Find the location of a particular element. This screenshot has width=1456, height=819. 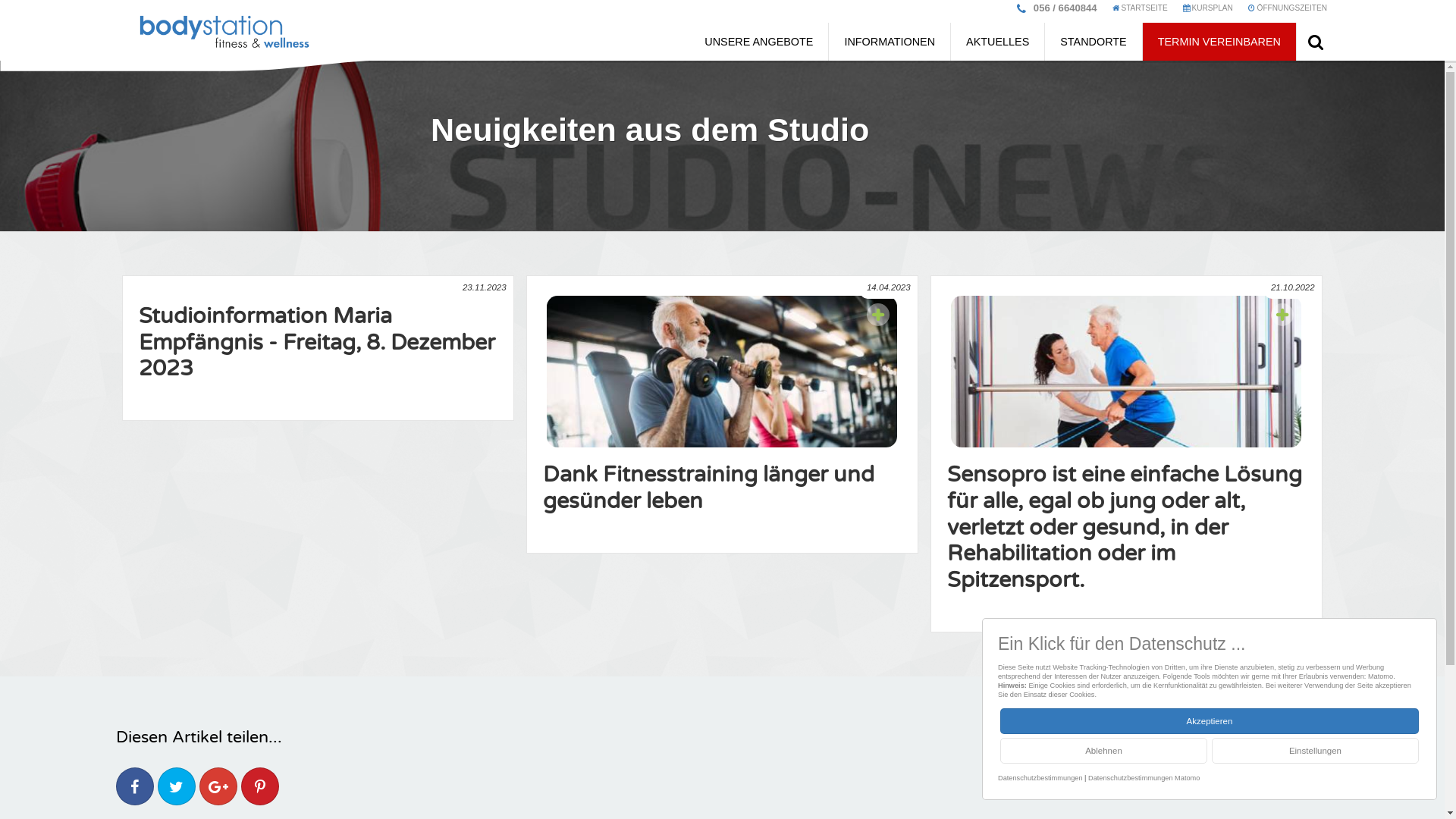

'INFORMATIONEN' is located at coordinates (889, 40).